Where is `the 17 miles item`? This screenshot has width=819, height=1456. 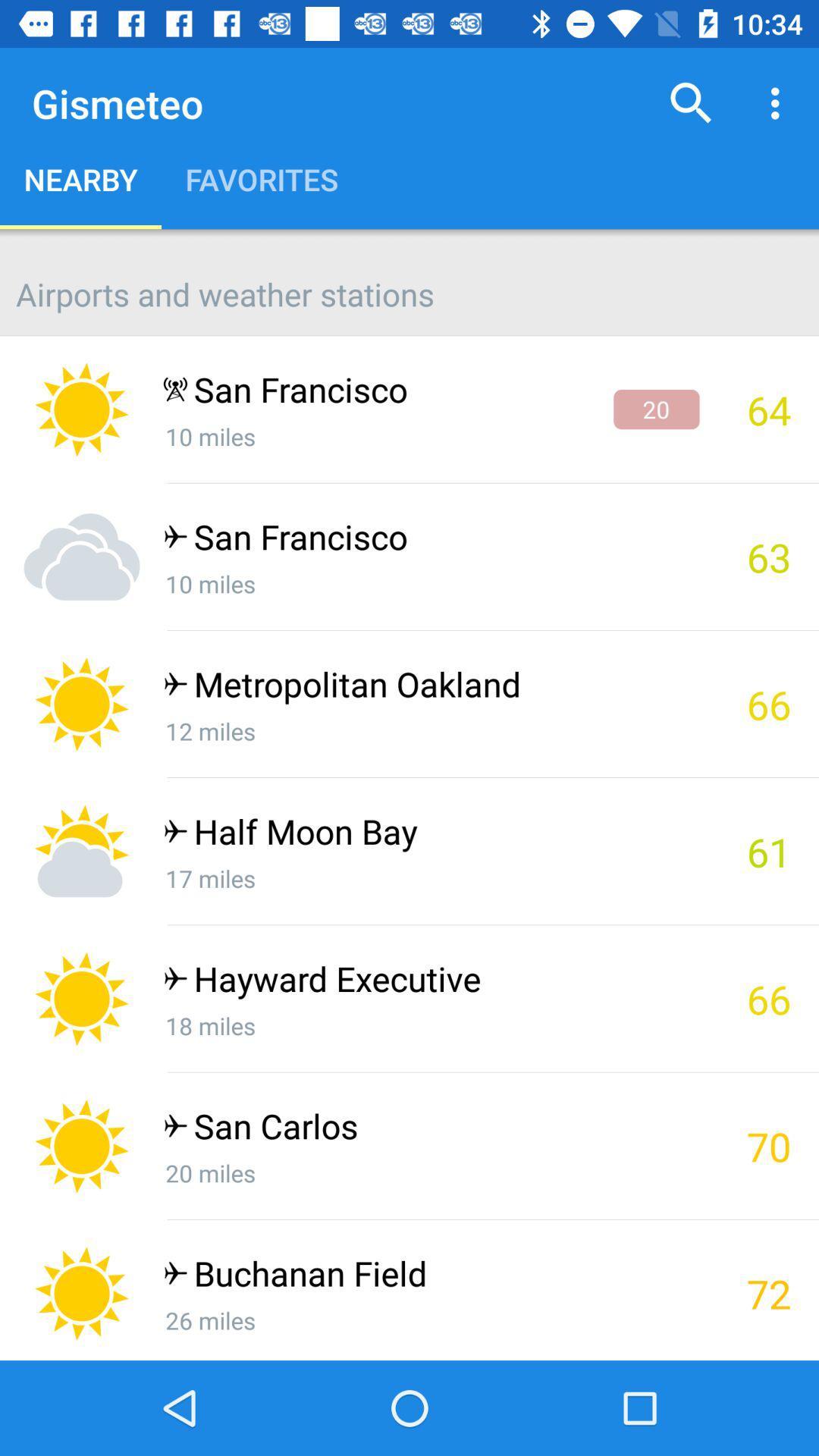
the 17 miles item is located at coordinates (431, 878).